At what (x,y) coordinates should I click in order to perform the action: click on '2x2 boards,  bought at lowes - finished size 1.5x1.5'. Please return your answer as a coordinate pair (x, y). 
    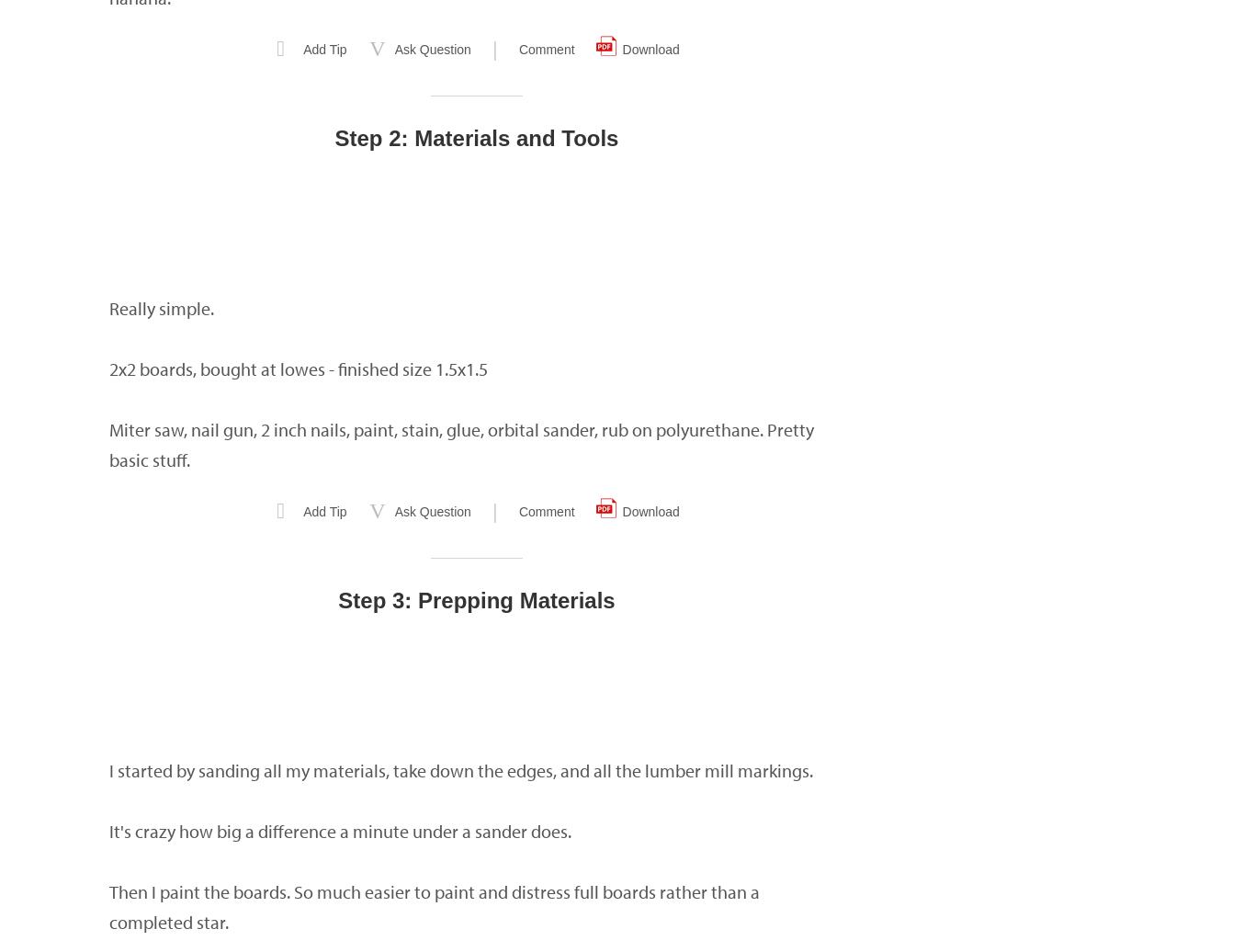
    Looking at the image, I should click on (107, 368).